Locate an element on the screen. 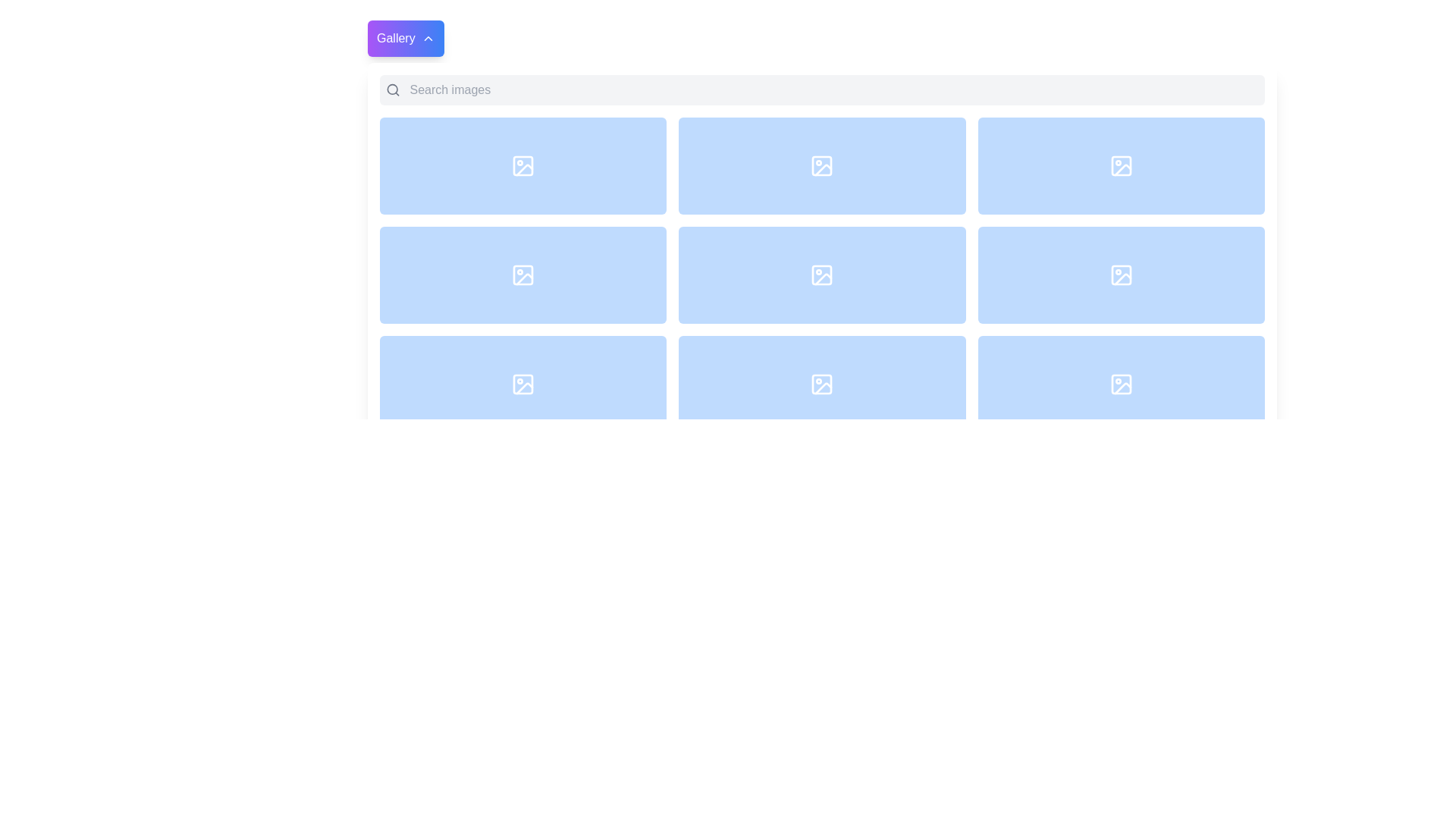 This screenshot has width=1456, height=819. the search icon located to the left of the 'Search images' input field in the top horizontal bar of the application is located at coordinates (393, 90).